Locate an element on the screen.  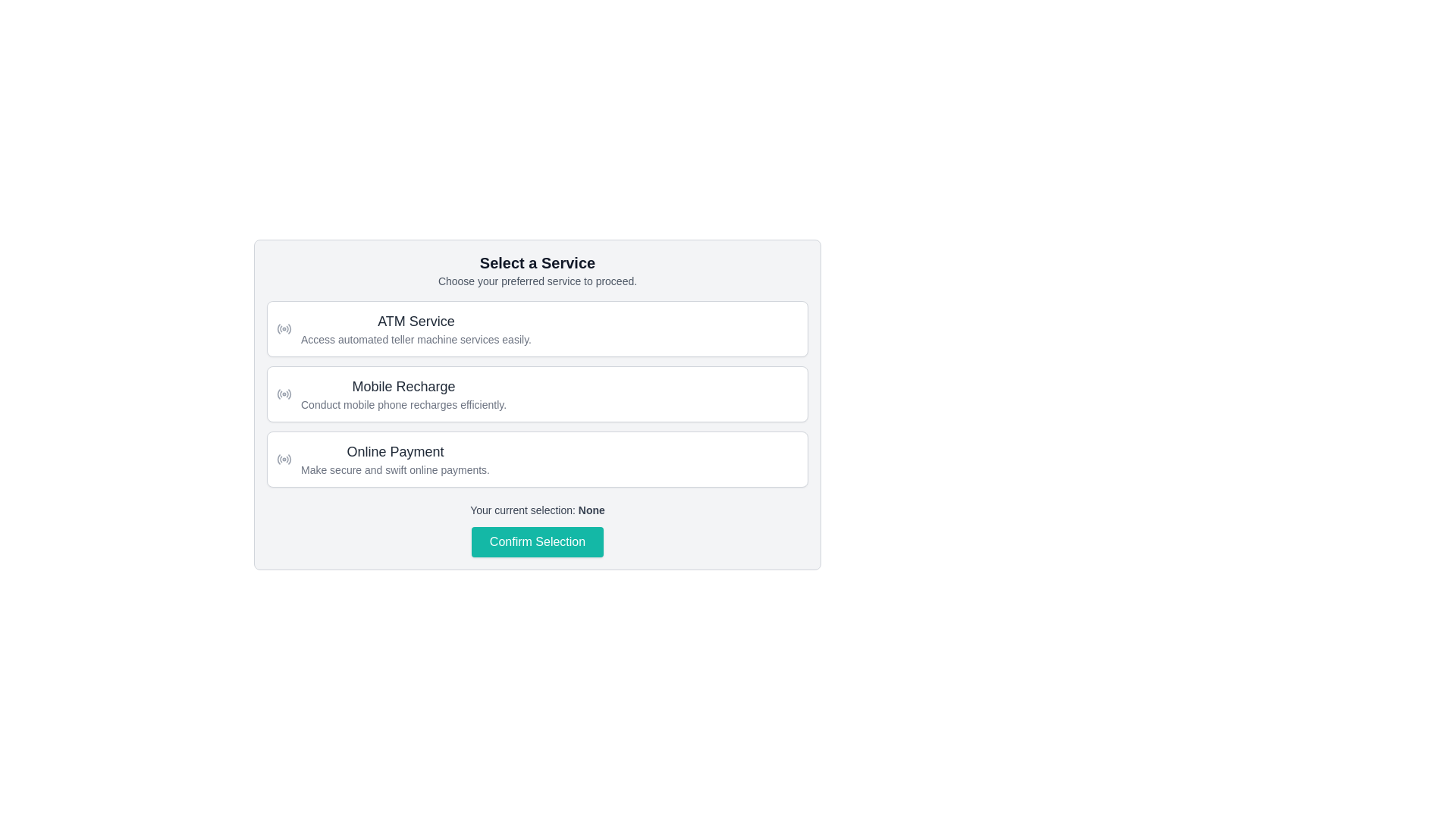
the decorative icon representing the radio button for selecting the 'ATM Service' option located in the top-left section of the first row under 'Select a Service' is located at coordinates (278, 328).